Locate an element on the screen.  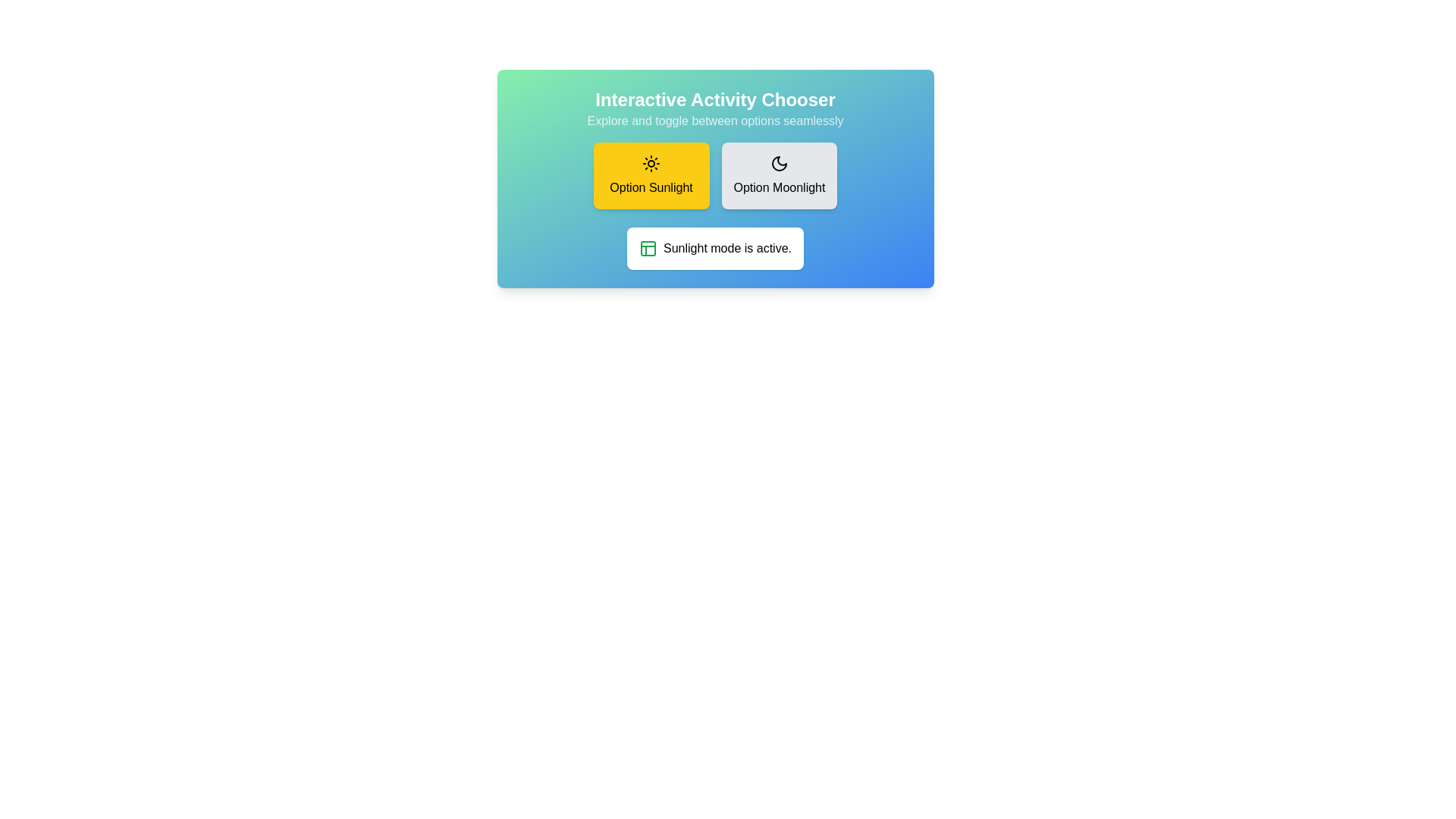
the 'Sunlight mode' indicator icon located to the left of the text 'Sunlight mode is active' is located at coordinates (648, 247).